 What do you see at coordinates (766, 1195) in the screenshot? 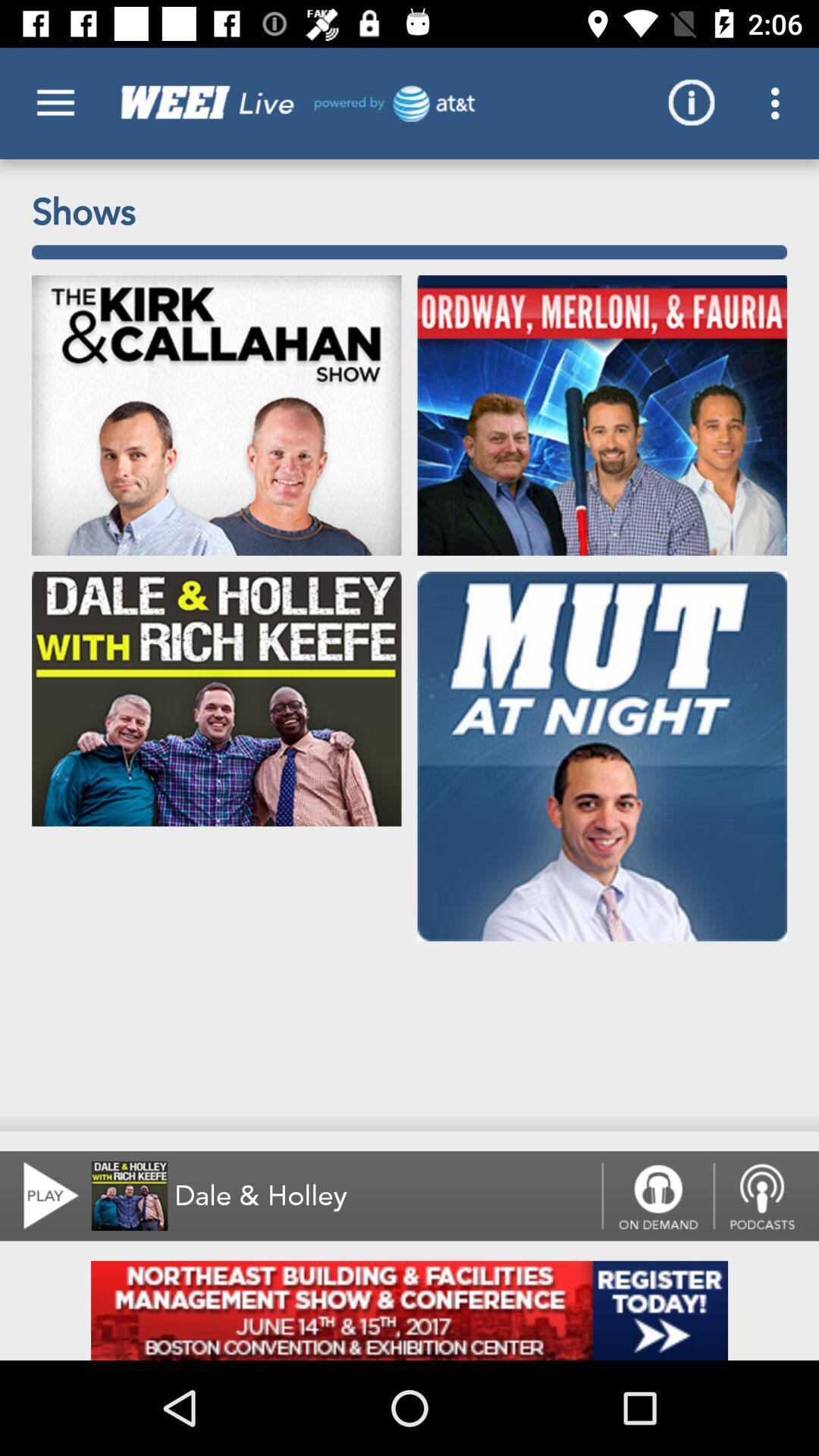
I see `the location icon` at bounding box center [766, 1195].